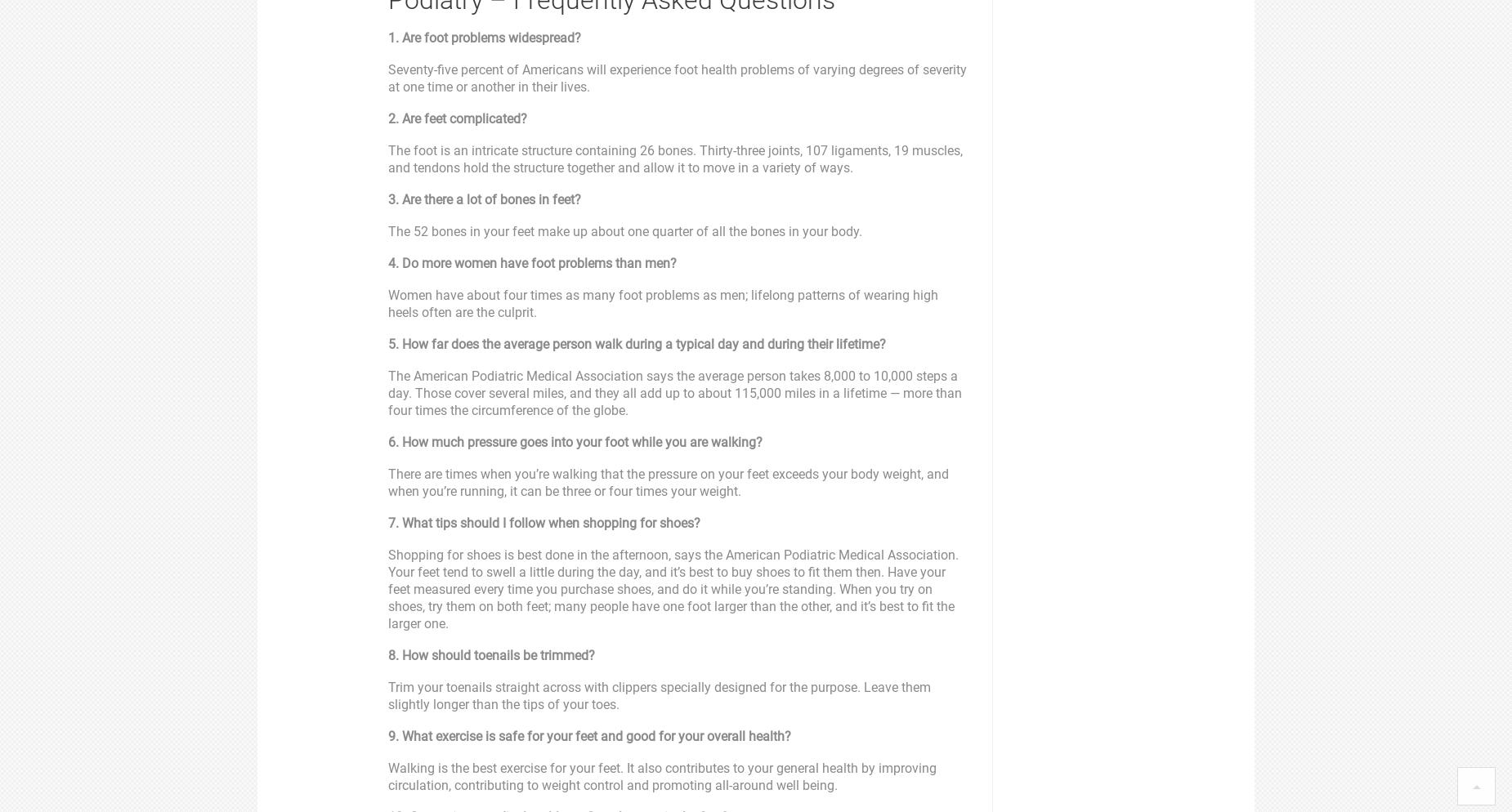 This screenshot has width=1512, height=812. Describe the element at coordinates (662, 776) in the screenshot. I see `'Walking is the best exercise for your feet. It also contributes to your general health by improving circulation, contributing to weight control and promoting all-around well being.'` at that location.